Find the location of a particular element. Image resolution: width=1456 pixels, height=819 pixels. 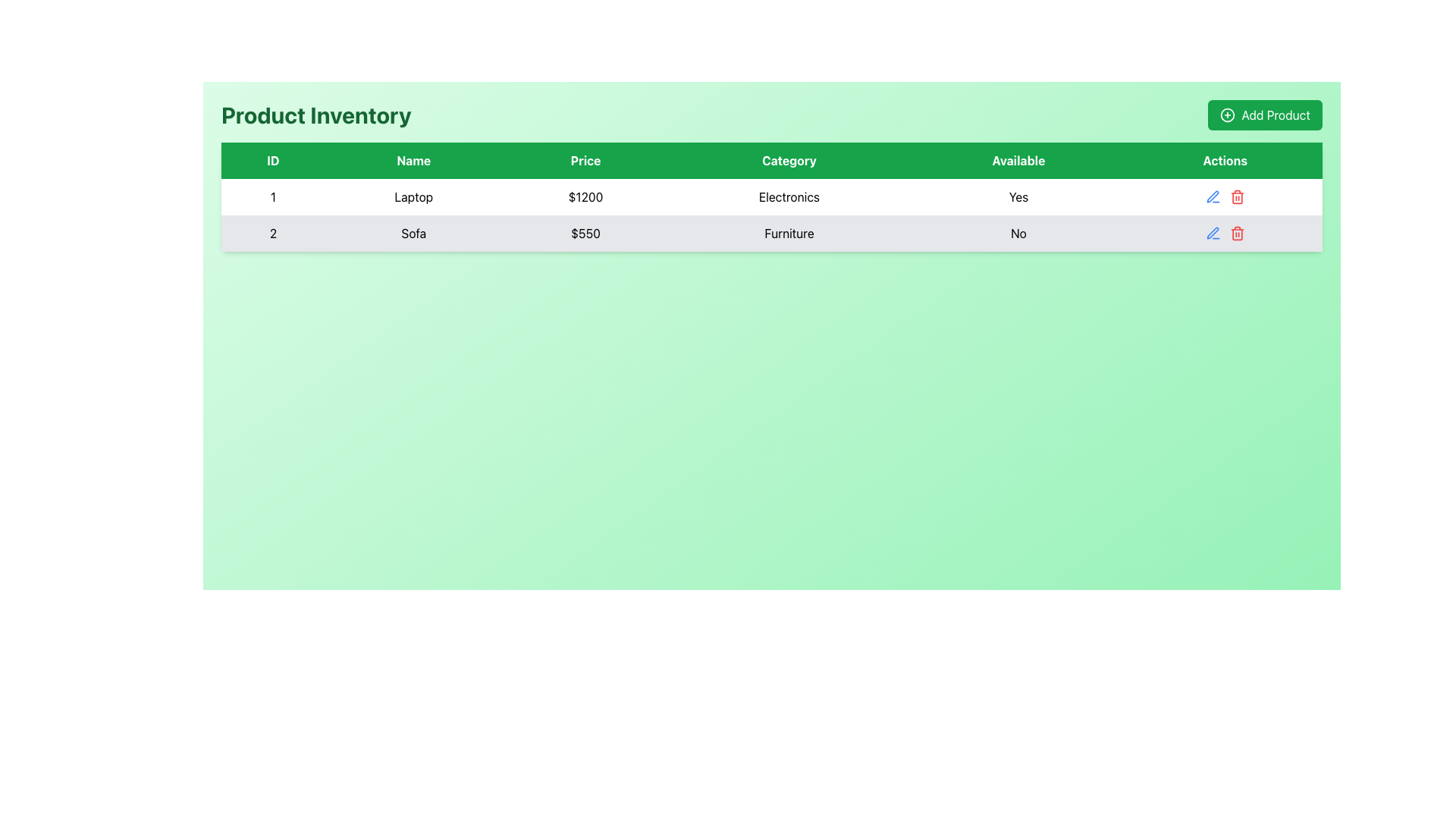

the delete icon styled in red located in the last cell of the 'Actions' column in the second row of the table is located at coordinates (1225, 234).